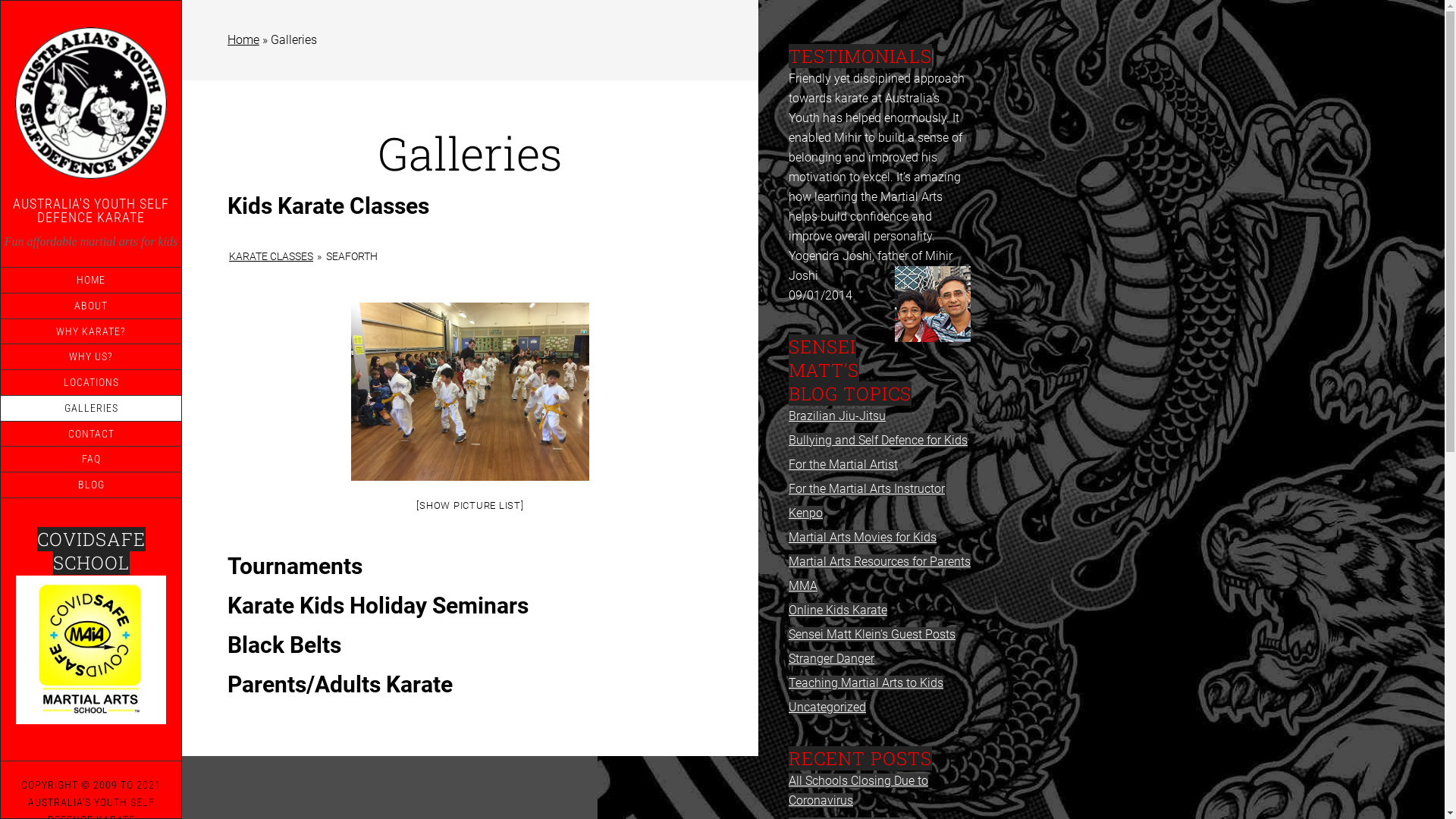  What do you see at coordinates (872, 634) in the screenshot?
I see `'Sensei Matt Klein's Guest Posts'` at bounding box center [872, 634].